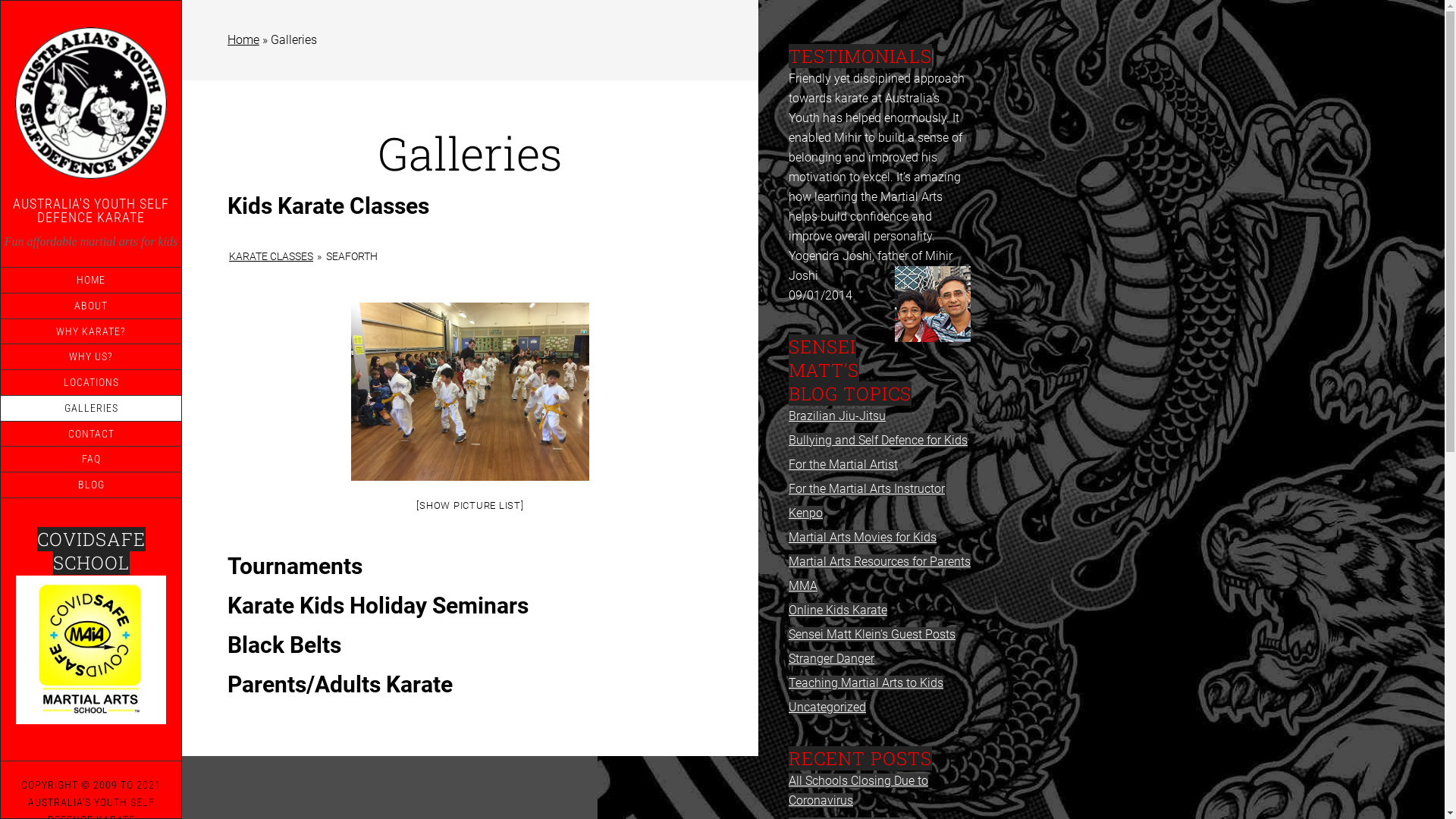  What do you see at coordinates (872, 634) in the screenshot?
I see `'Sensei Matt Klein's Guest Posts'` at bounding box center [872, 634].